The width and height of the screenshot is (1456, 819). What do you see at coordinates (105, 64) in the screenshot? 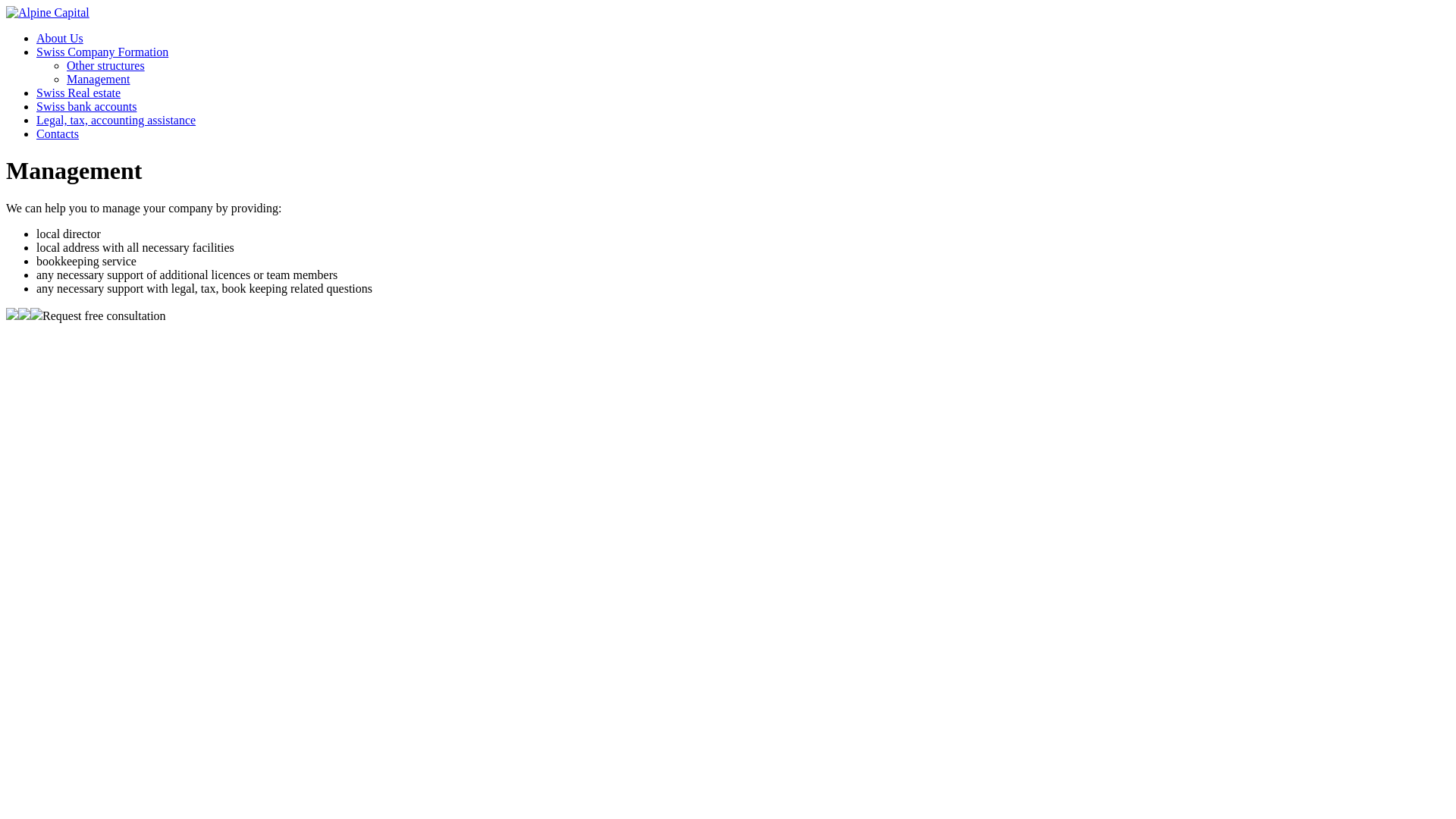
I see `'Other structures'` at bounding box center [105, 64].